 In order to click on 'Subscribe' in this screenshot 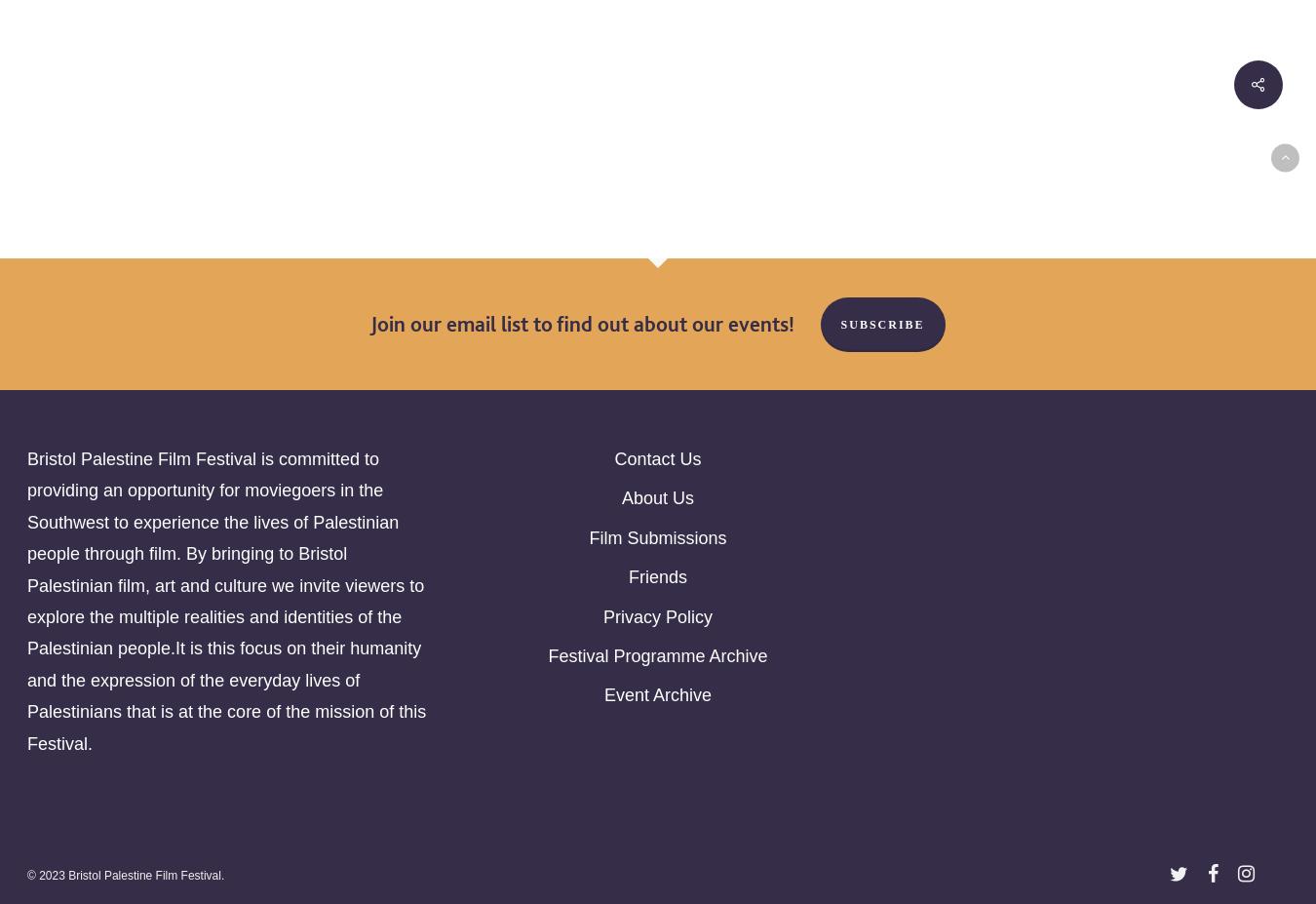, I will do `click(881, 323)`.